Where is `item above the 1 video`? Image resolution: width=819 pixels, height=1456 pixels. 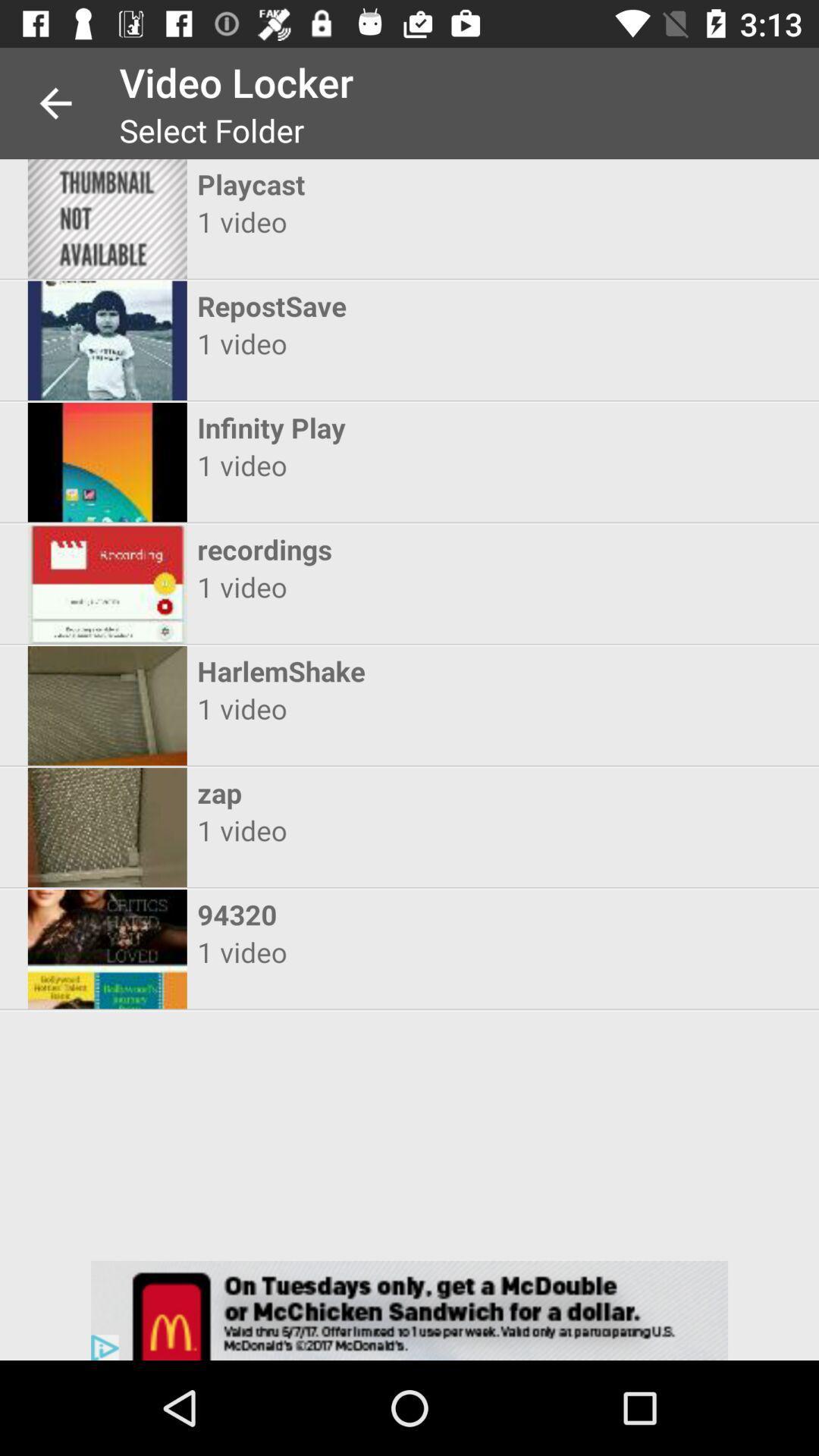 item above the 1 video is located at coordinates (395, 305).